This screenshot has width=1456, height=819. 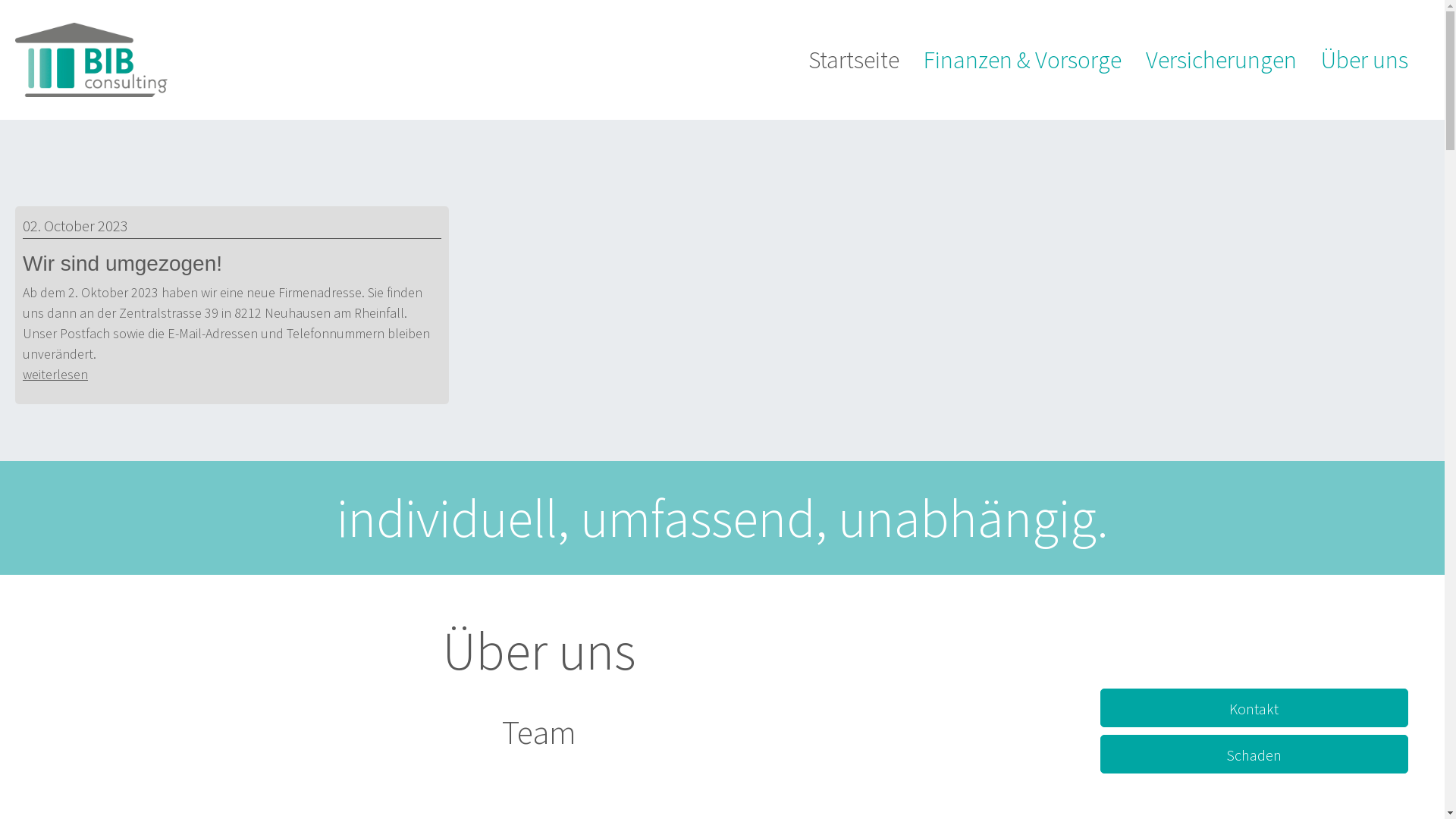 I want to click on 'Kontakt', so click(x=1254, y=708).